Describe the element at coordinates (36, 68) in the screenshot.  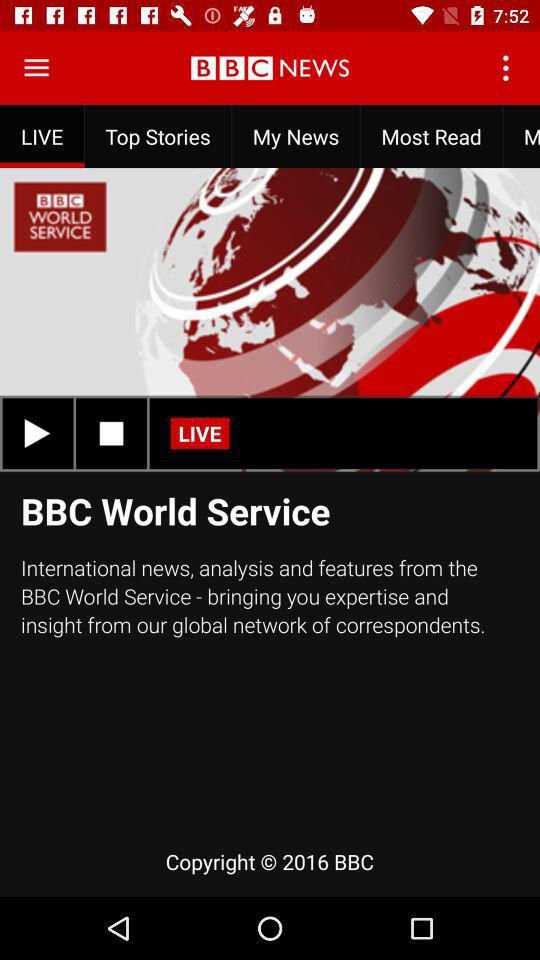
I see `short cut to home` at that location.